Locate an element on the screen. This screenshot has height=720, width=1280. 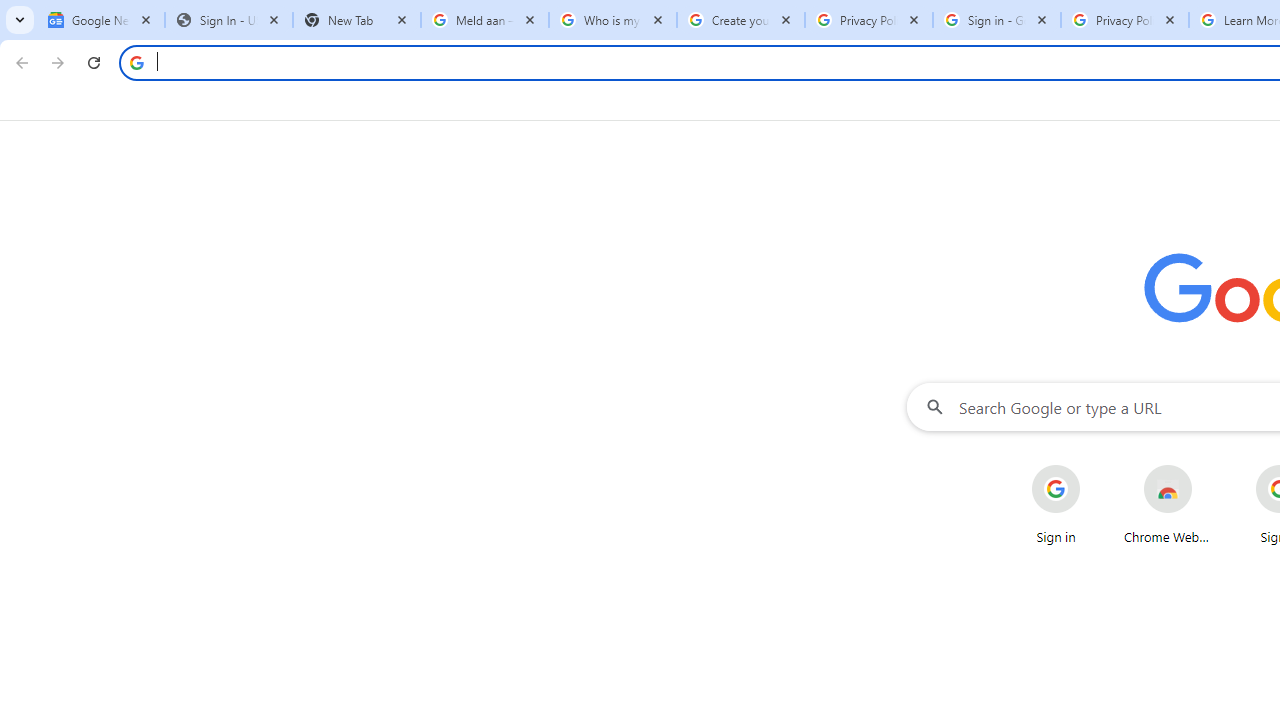
'More actions for Chrome Web Store shortcut' is located at coordinates (1207, 466).